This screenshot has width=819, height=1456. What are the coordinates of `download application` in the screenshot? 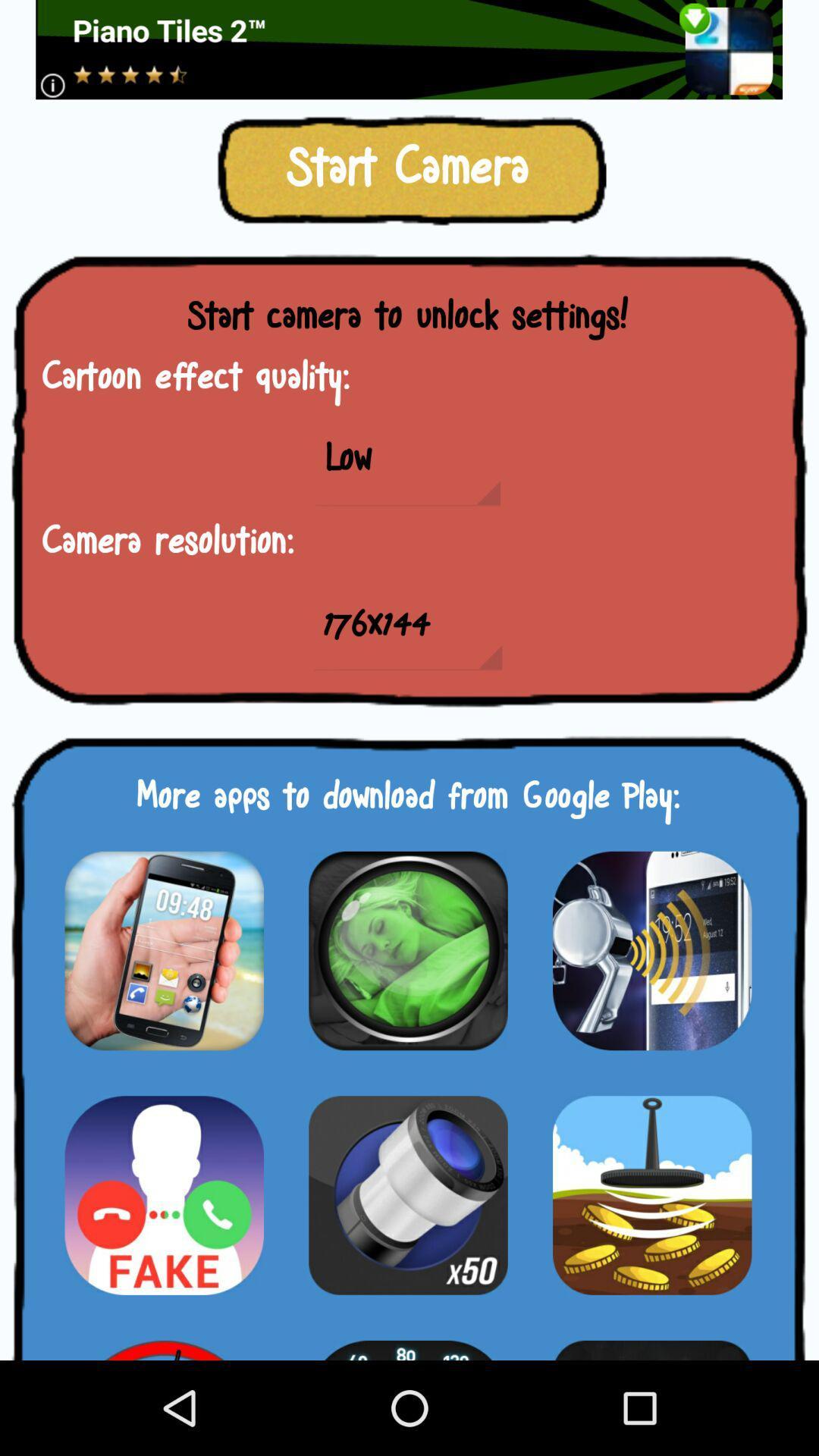 It's located at (407, 1194).